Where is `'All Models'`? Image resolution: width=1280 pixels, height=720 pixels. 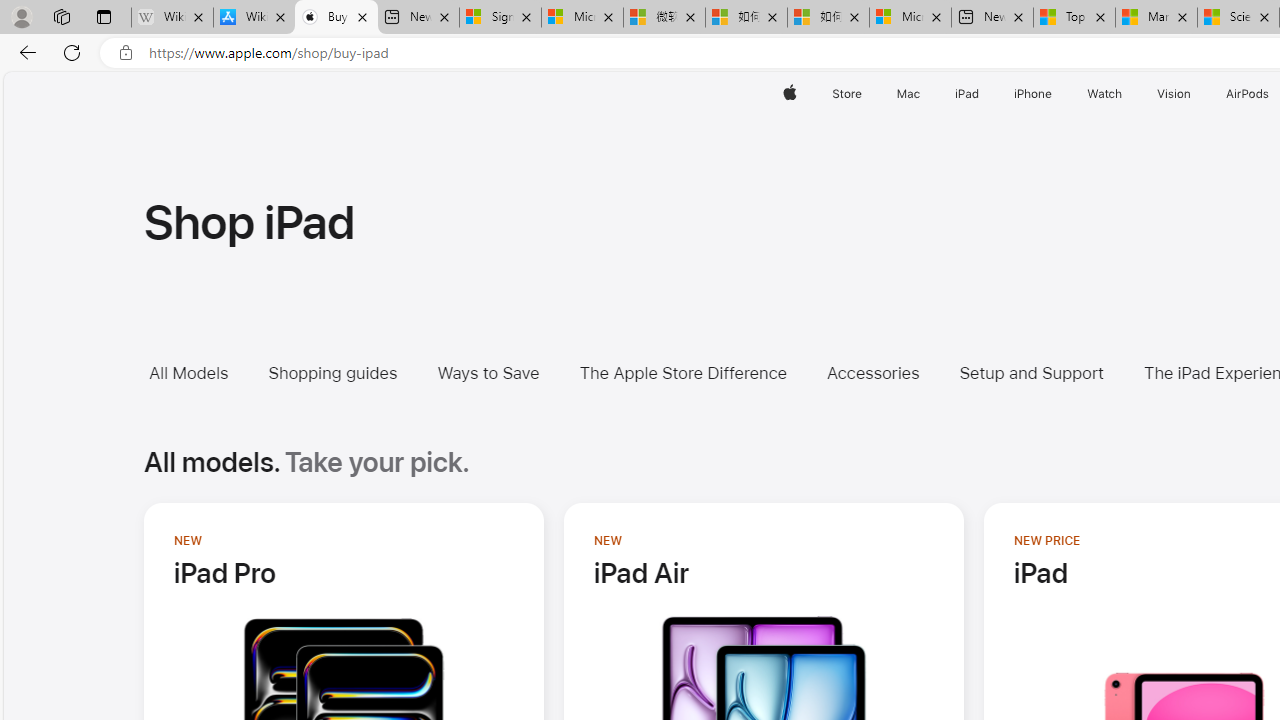
'All Models' is located at coordinates (203, 373).